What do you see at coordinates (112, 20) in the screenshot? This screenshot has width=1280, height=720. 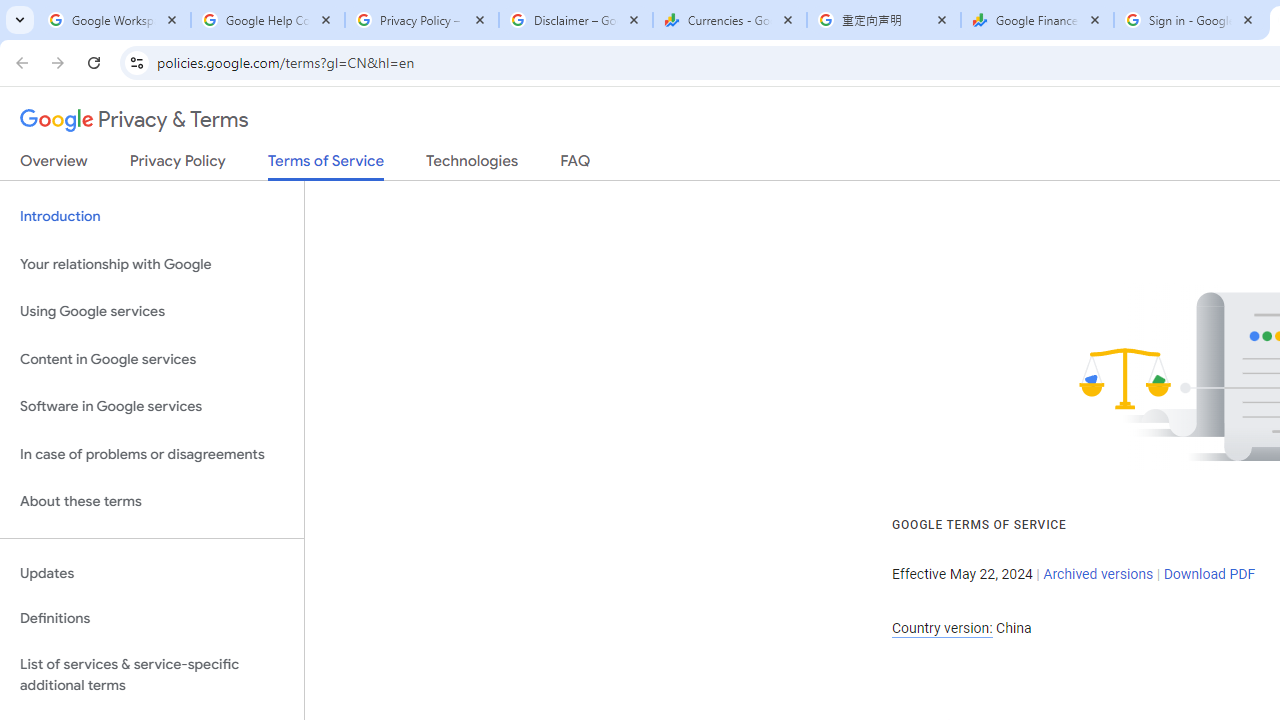 I see `'Google Workspace Admin Community'` at bounding box center [112, 20].